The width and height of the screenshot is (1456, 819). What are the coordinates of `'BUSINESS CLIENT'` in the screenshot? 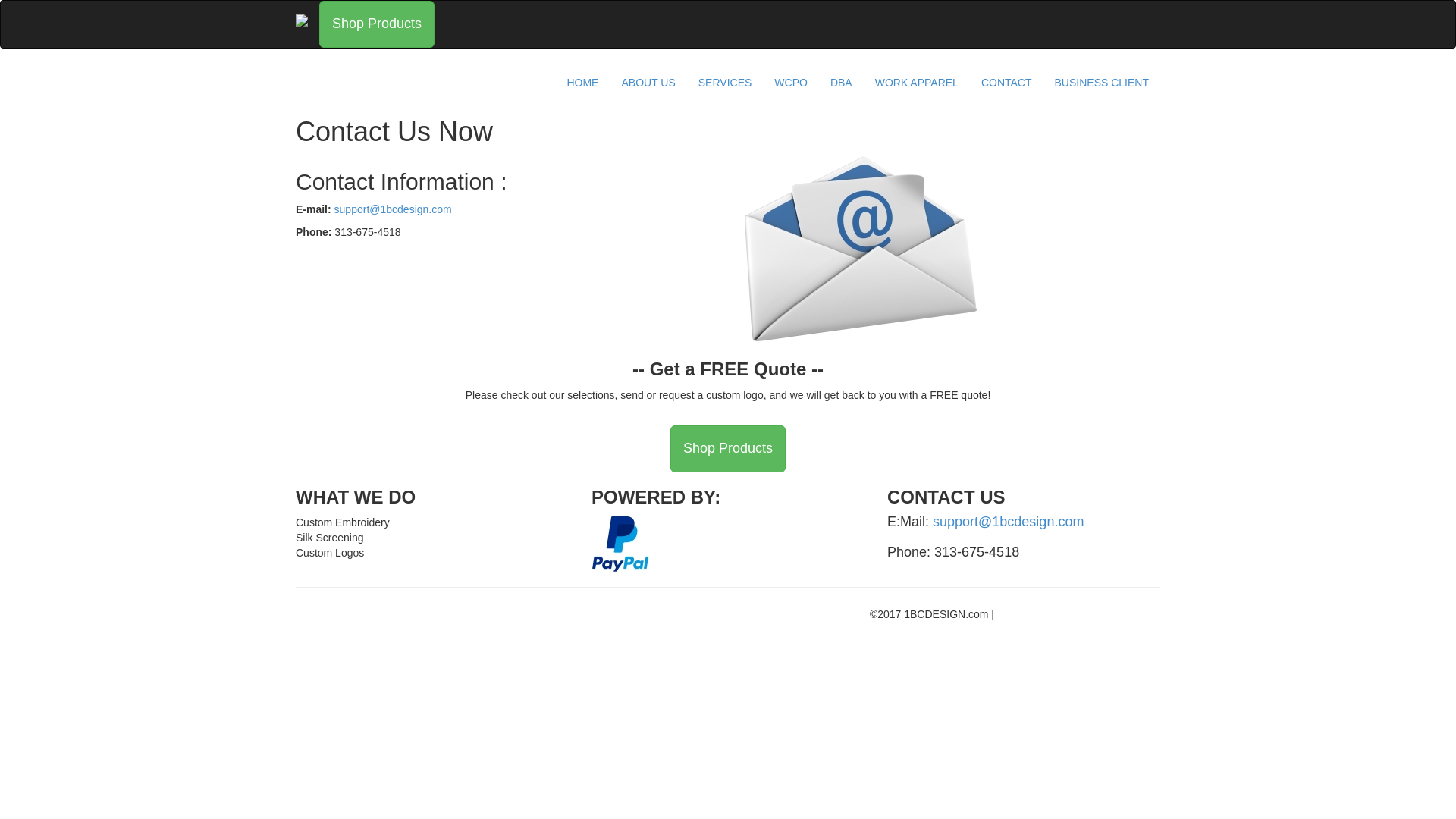 It's located at (1043, 82).